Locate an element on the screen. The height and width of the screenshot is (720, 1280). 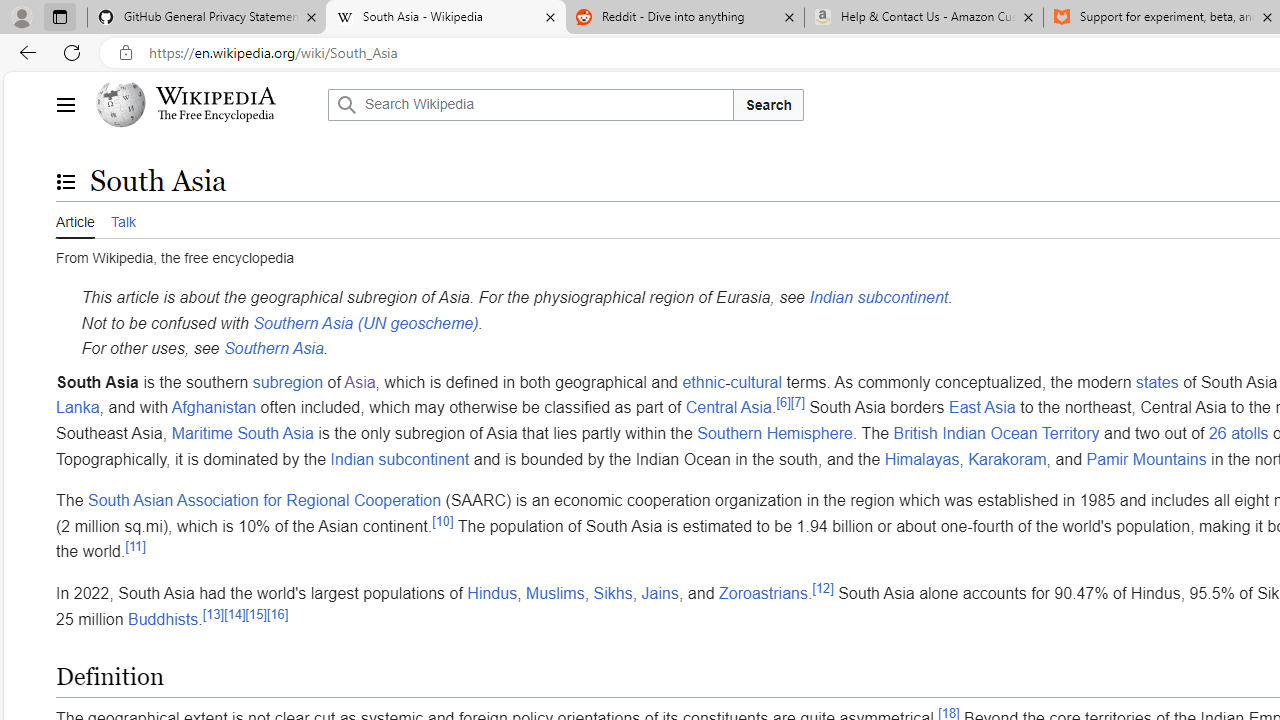
'[7]' is located at coordinates (796, 403).